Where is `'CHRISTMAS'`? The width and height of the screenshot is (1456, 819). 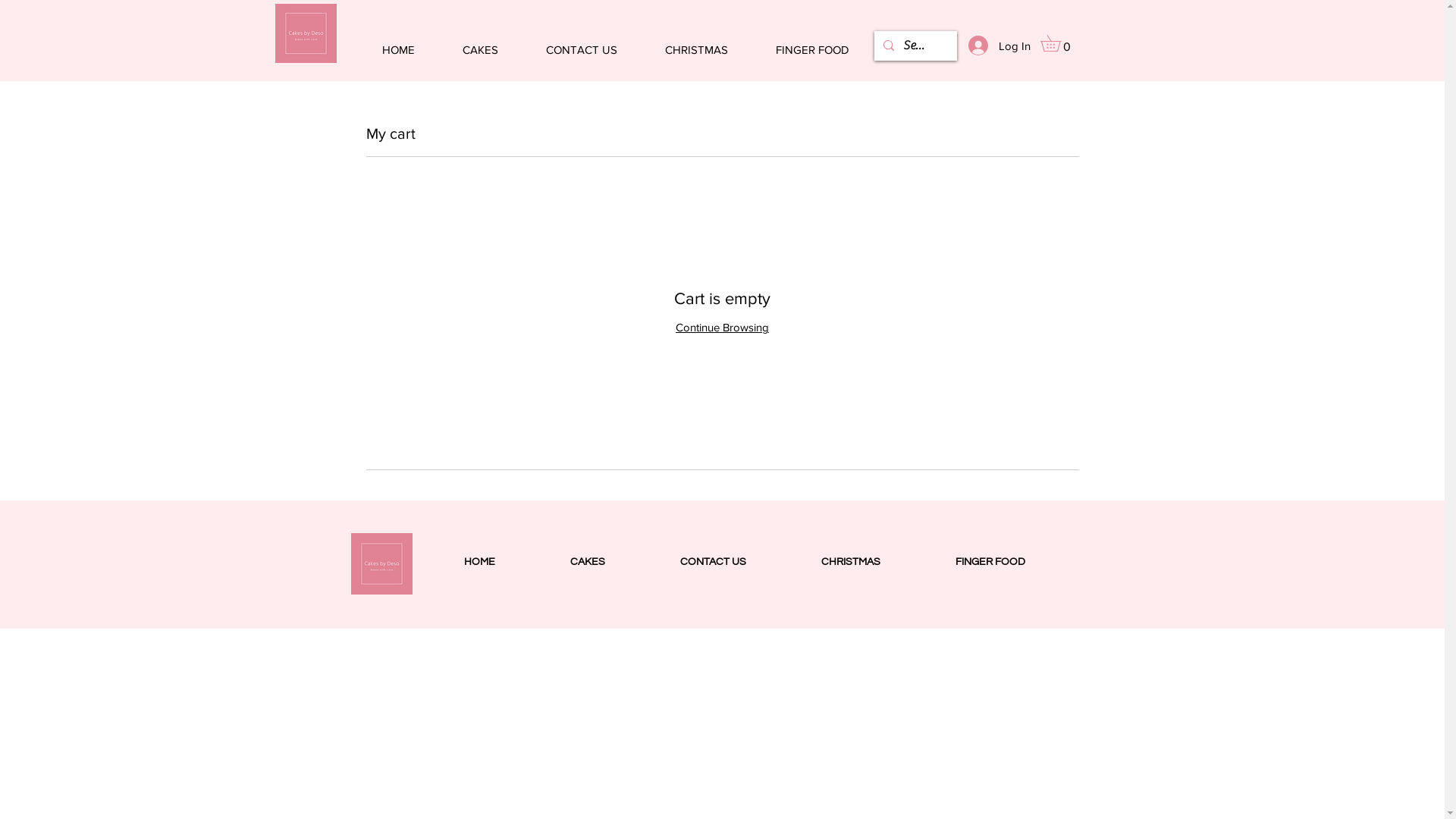
'CHRISTMAS' is located at coordinates (851, 561).